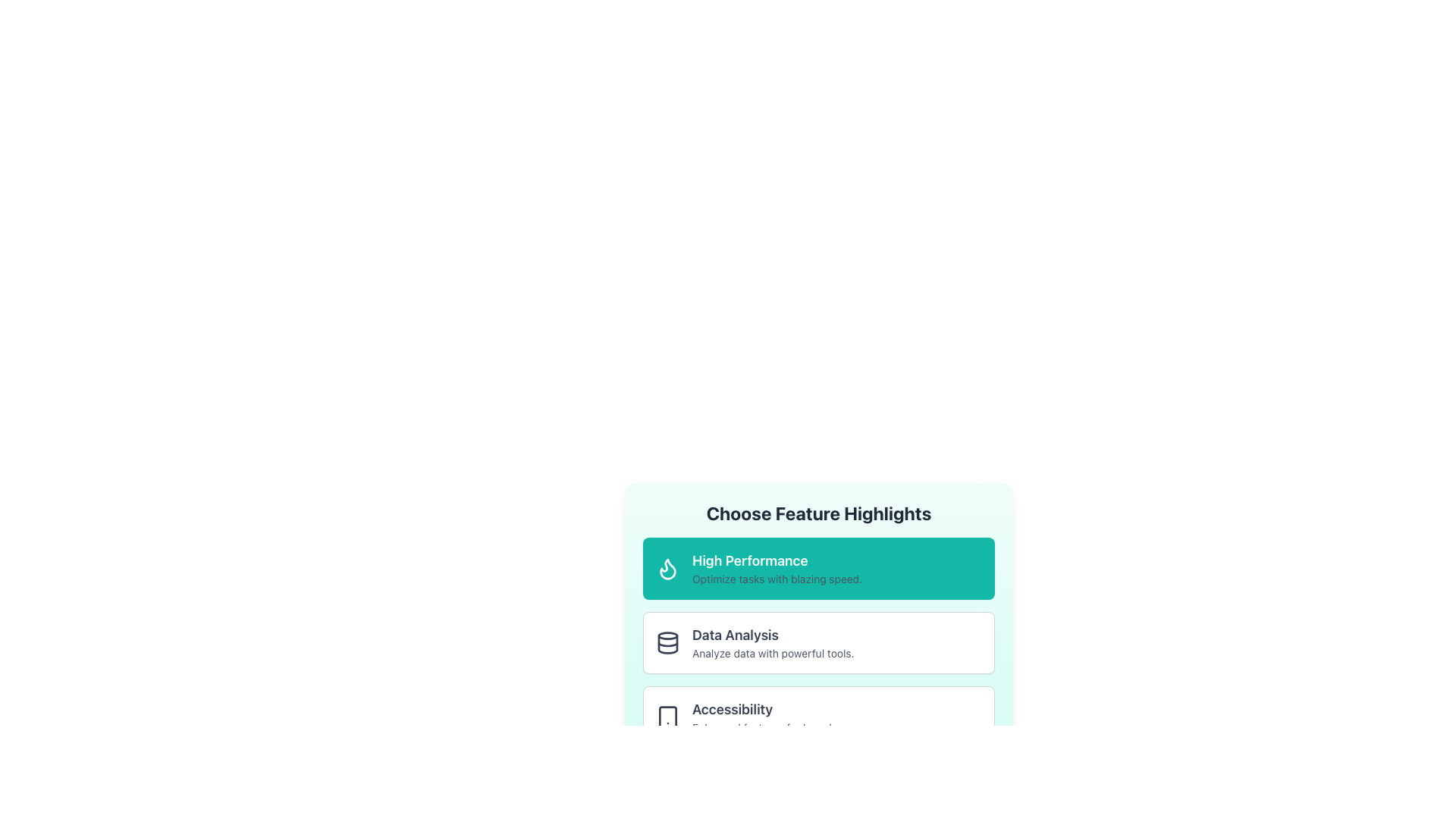  I want to click on the 'Data Analysis' feature option button located in the center of the list under 'Choose Feature Highlights', so click(818, 643).